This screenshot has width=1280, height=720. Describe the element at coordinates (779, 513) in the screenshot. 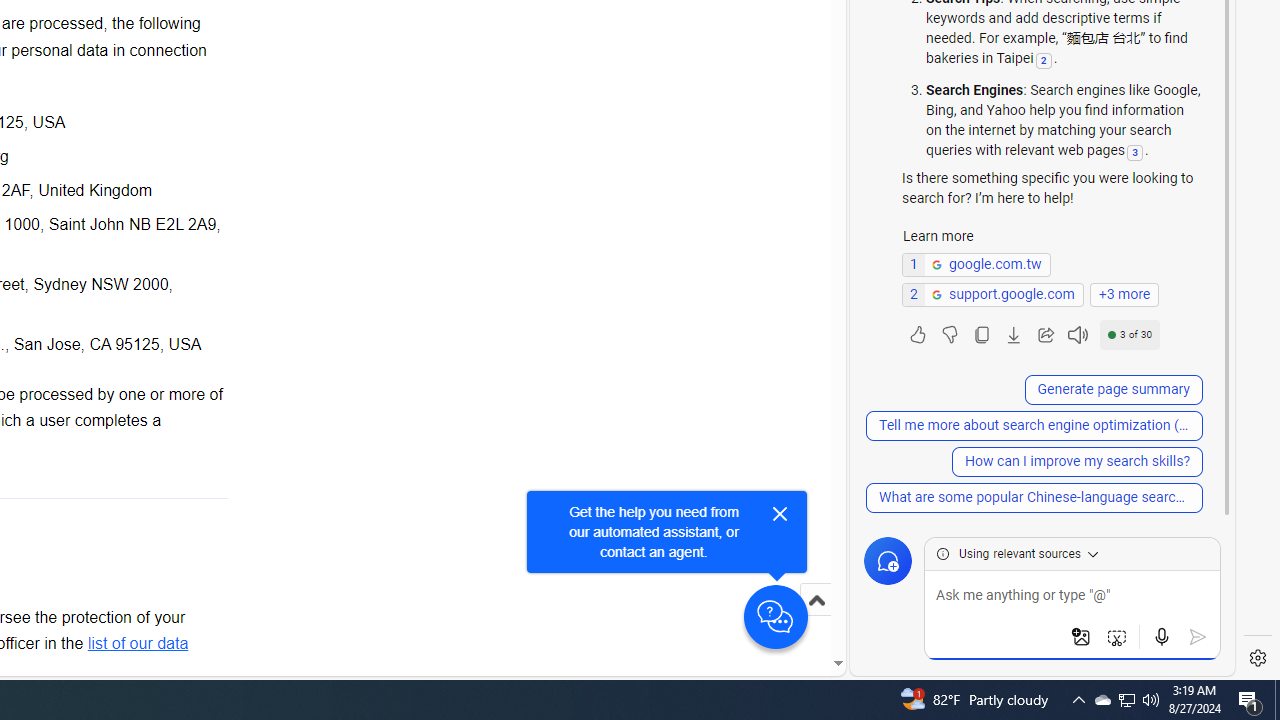

I see `'Close'` at that location.